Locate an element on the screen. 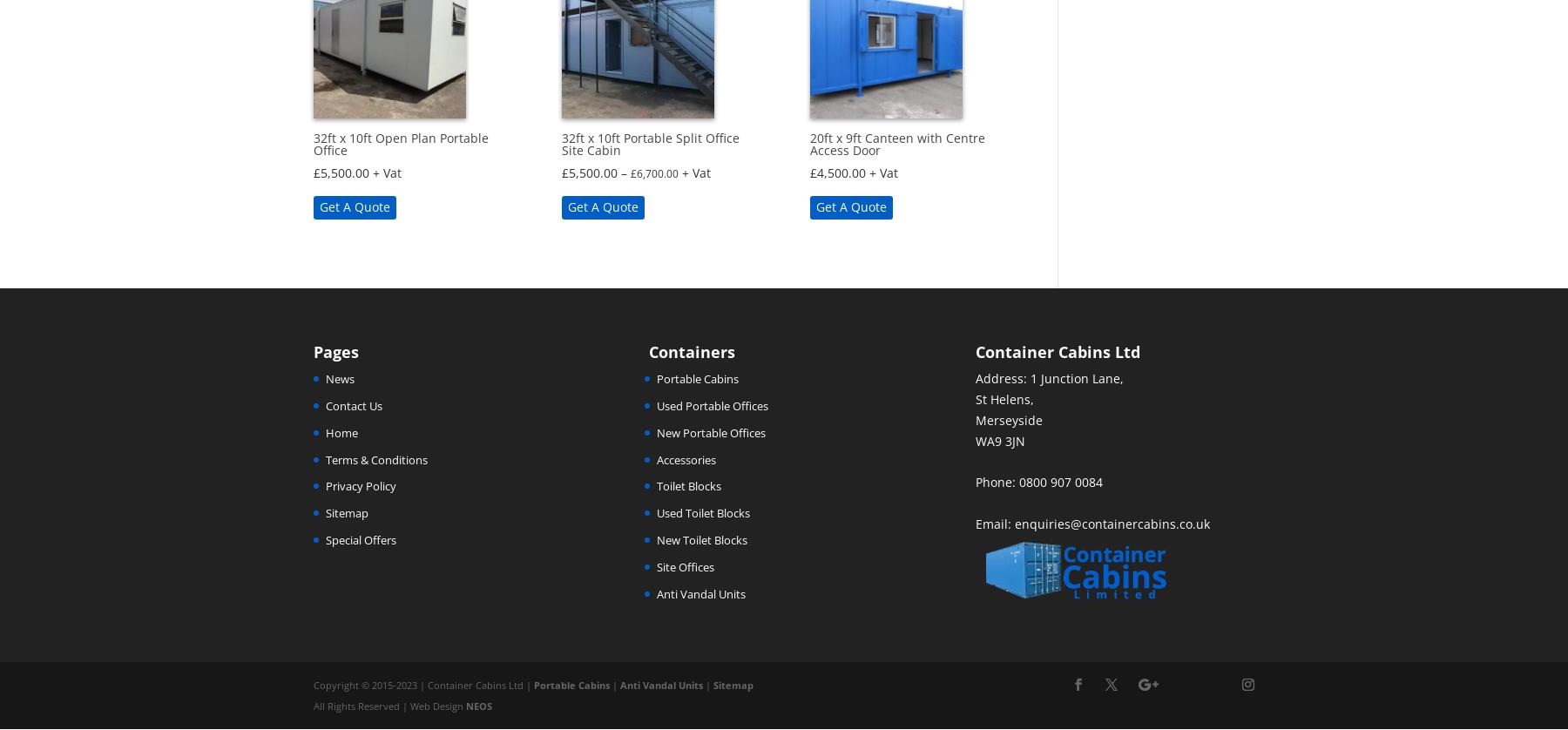 This screenshot has width=1568, height=730. 'NEOS' is located at coordinates (478, 704).